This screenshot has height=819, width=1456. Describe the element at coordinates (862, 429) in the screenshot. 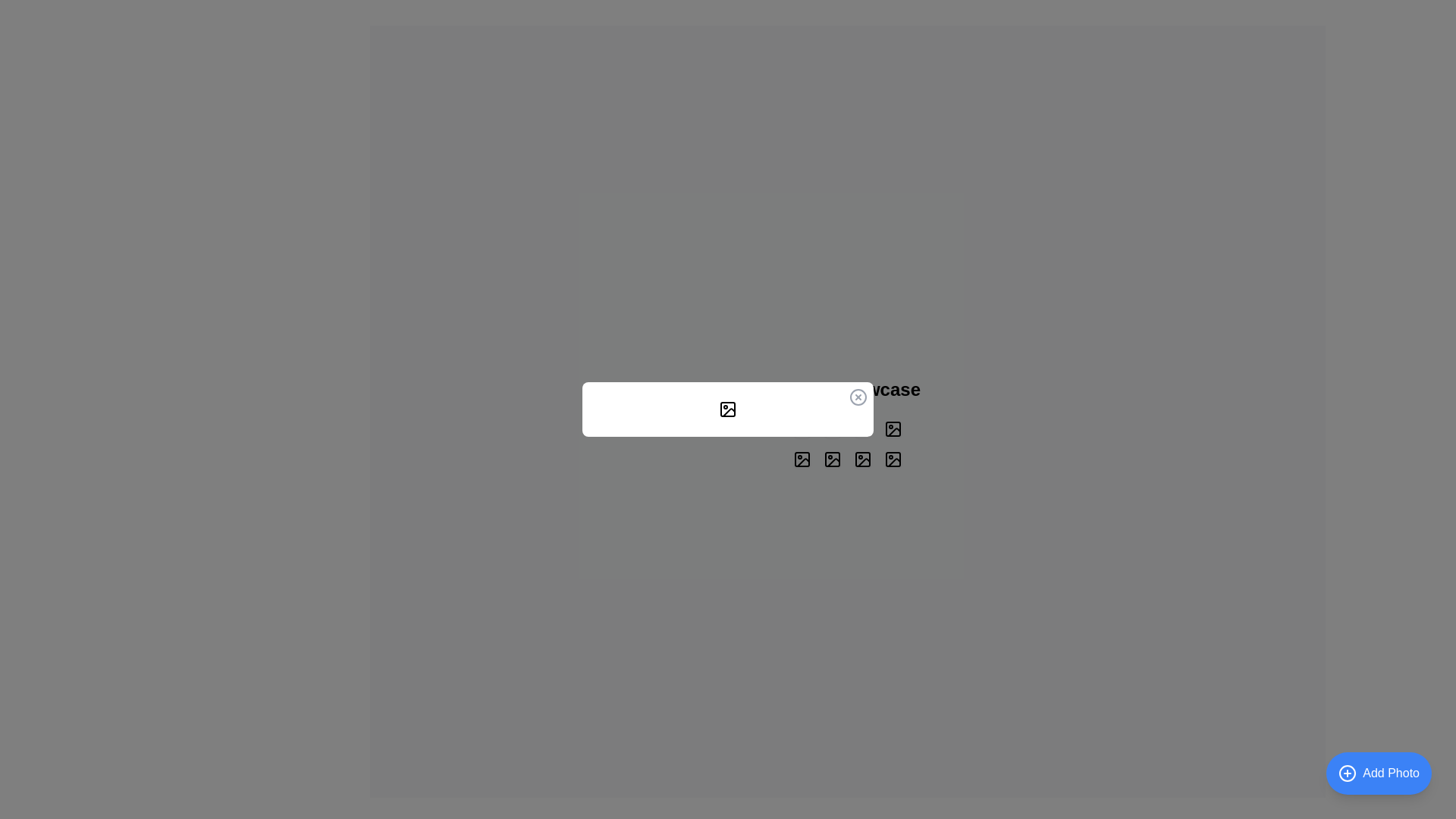

I see `the button in the third column of the grid layout to interact with its functionality for zooming or expanding the associated image` at that location.